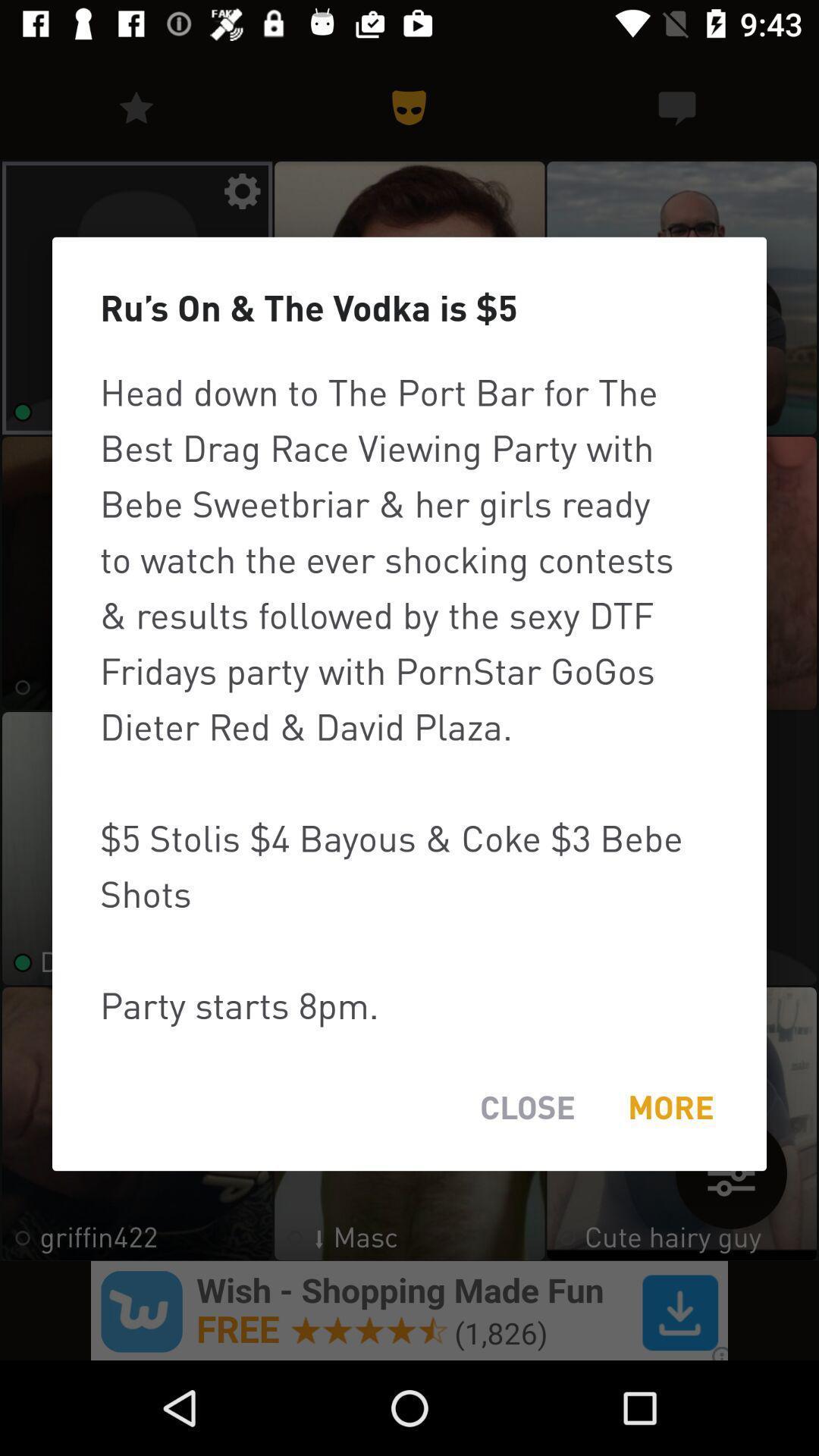 The height and width of the screenshot is (1456, 819). I want to click on the item to the left of the more, so click(526, 1107).